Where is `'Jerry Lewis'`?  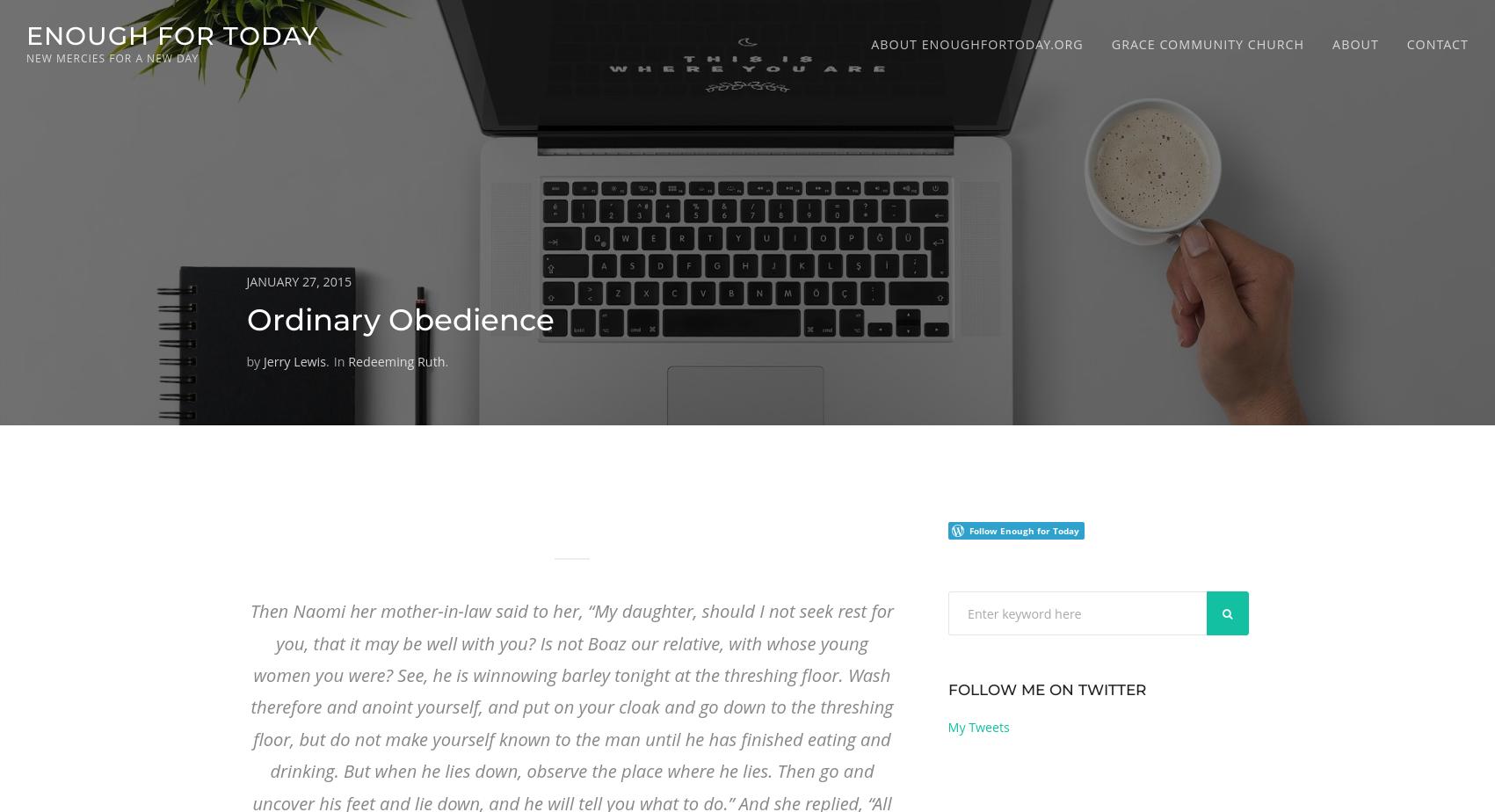
'Jerry Lewis' is located at coordinates (294, 360).